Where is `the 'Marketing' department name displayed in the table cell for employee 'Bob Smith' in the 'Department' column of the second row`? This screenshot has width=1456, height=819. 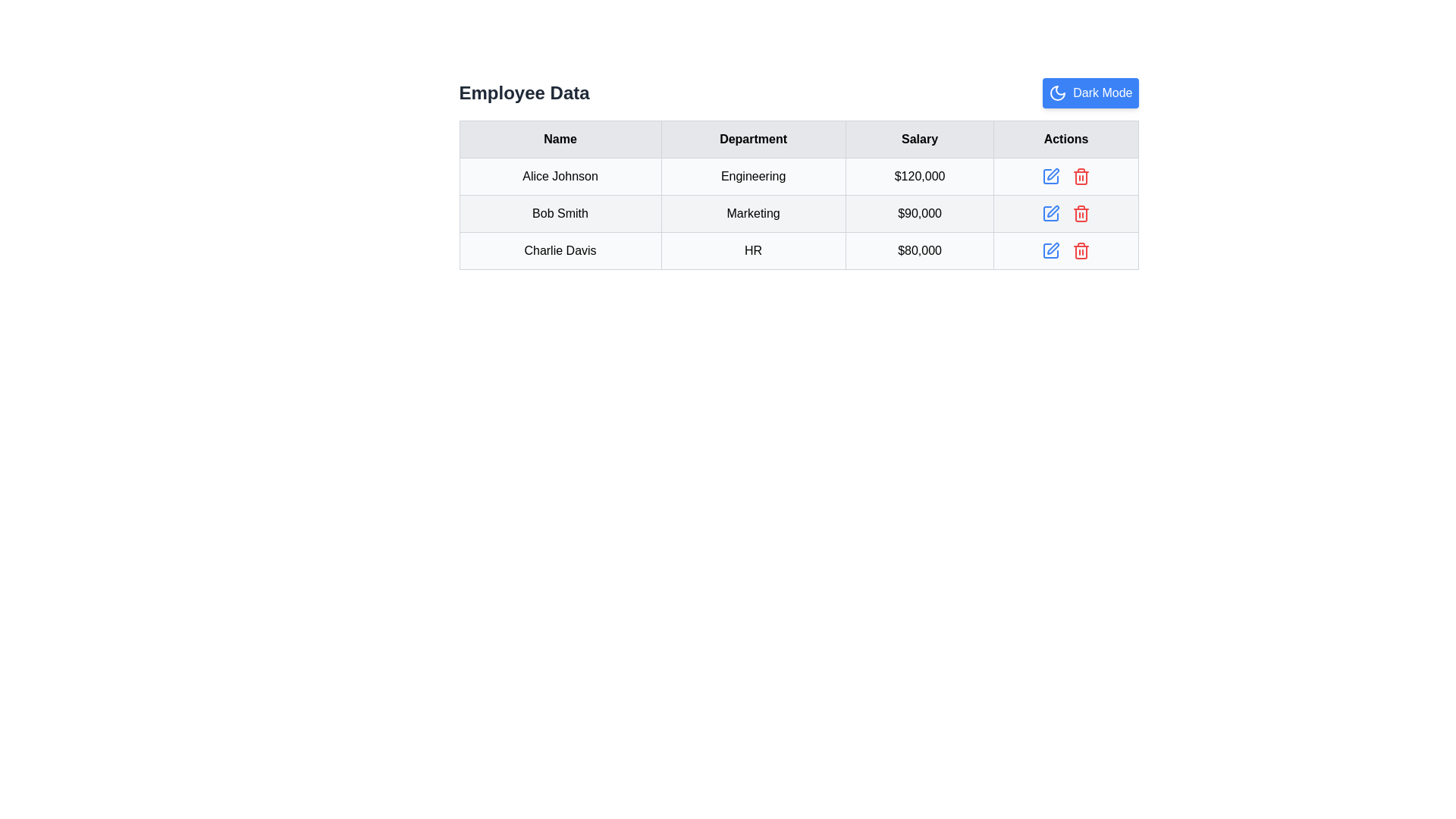 the 'Marketing' department name displayed in the table cell for employee 'Bob Smith' in the 'Department' column of the second row is located at coordinates (798, 213).